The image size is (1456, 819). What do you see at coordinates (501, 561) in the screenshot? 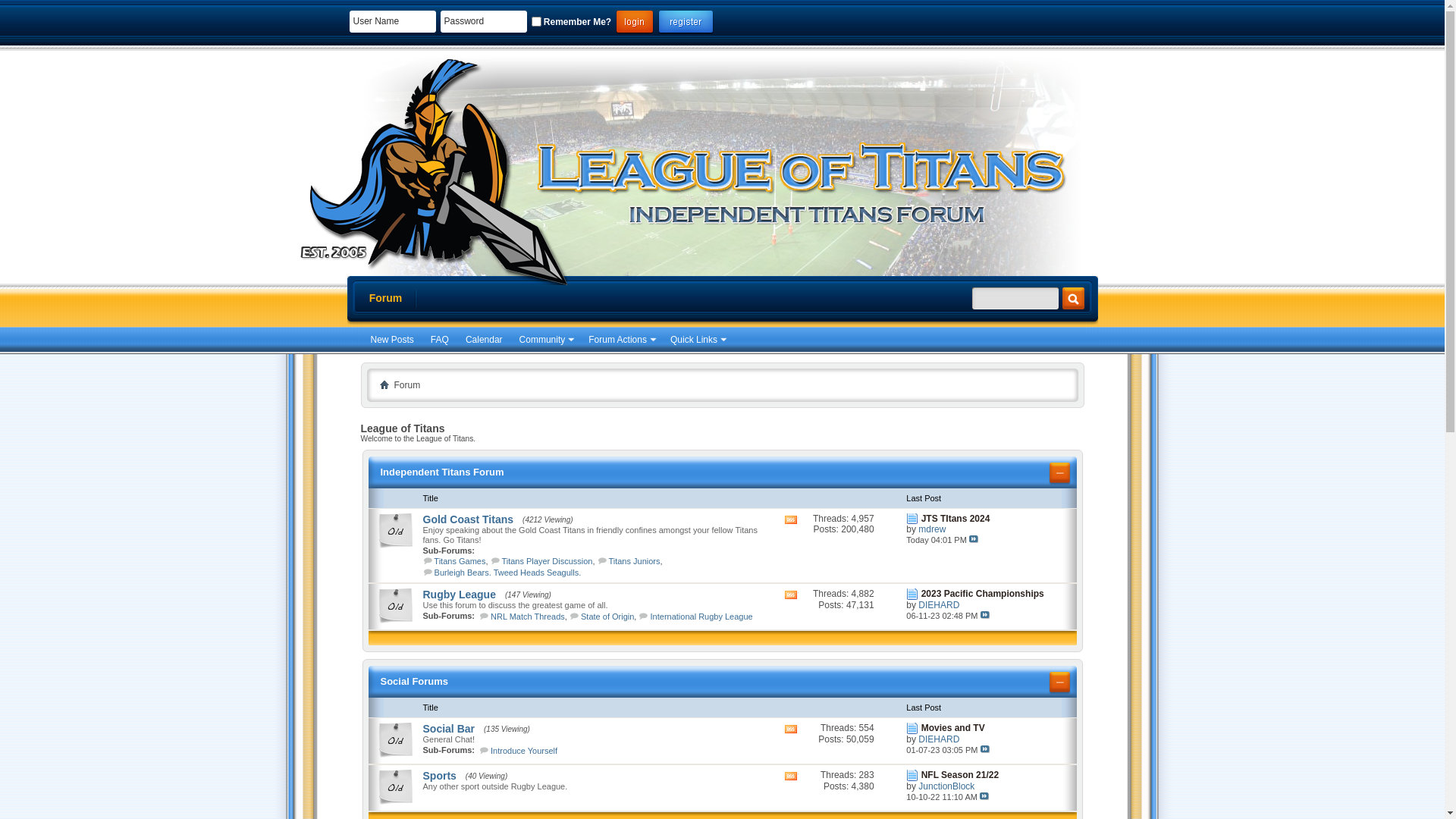
I see `'Titans Player Discussion'` at bounding box center [501, 561].